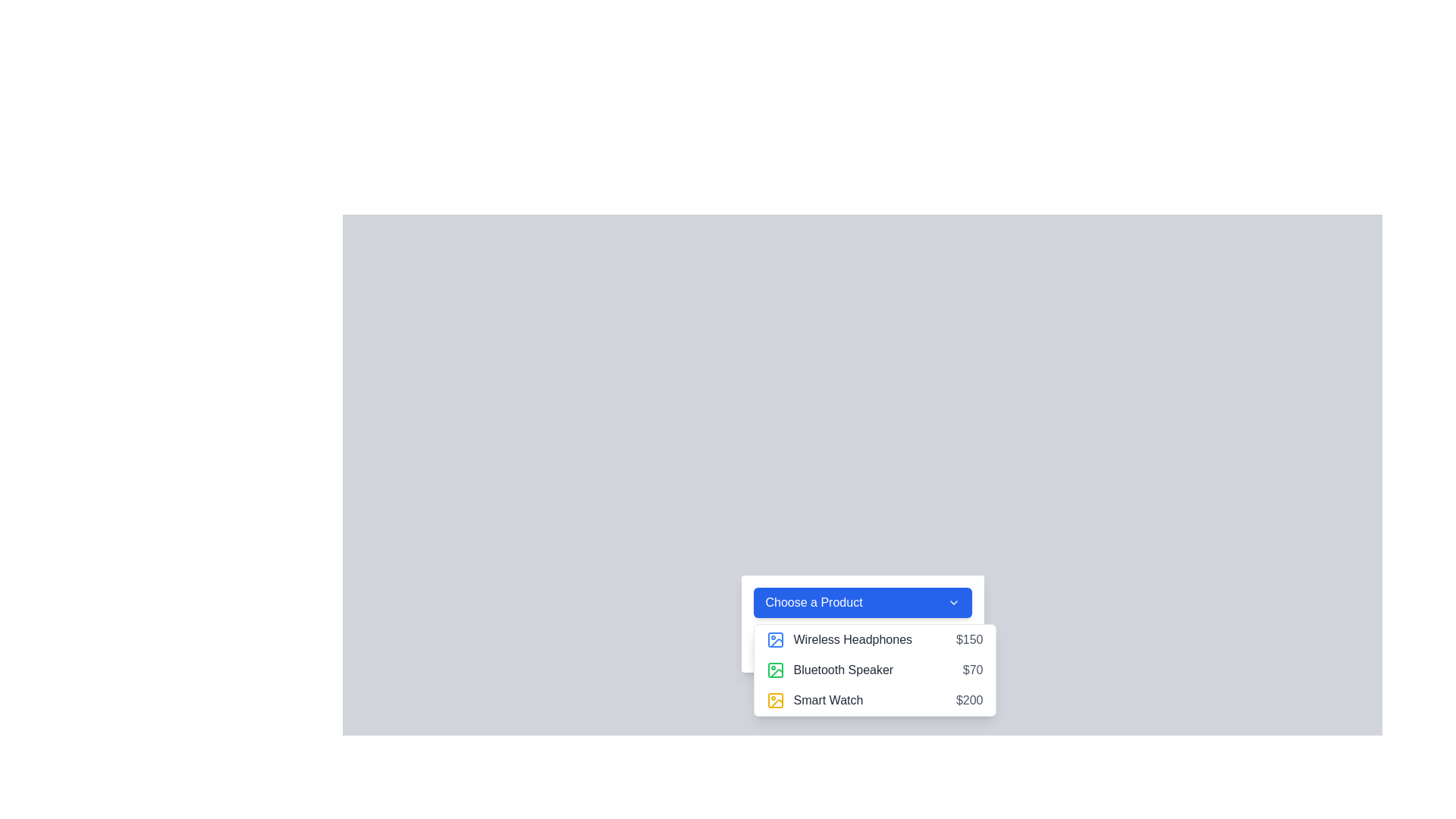 The image size is (1456, 819). I want to click on the first item in the dropdown list labeled 'Wireless Headphones', so click(874, 640).